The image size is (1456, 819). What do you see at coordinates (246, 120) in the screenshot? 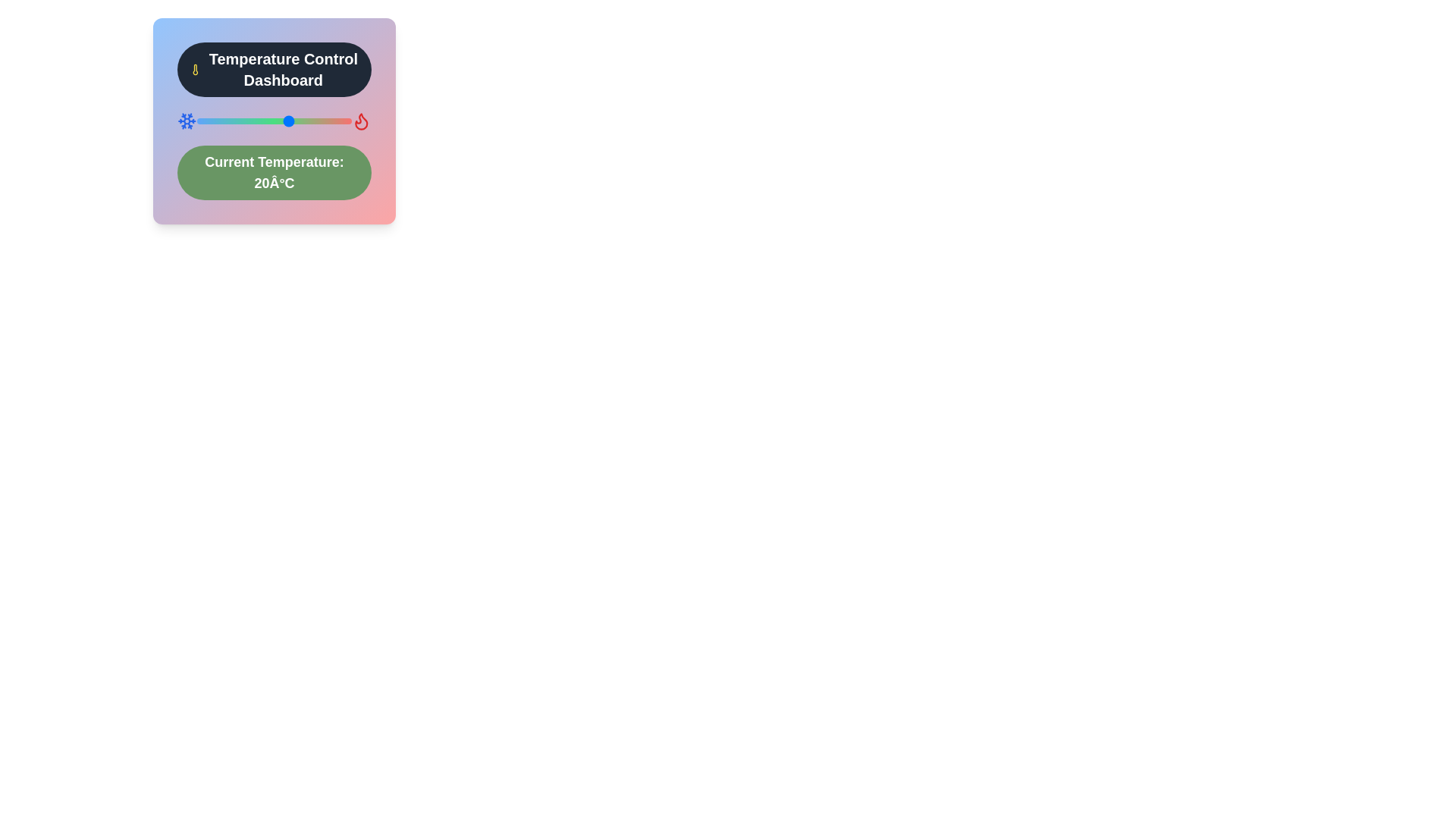
I see `the temperature slider to set the temperature to 6 degrees` at bounding box center [246, 120].